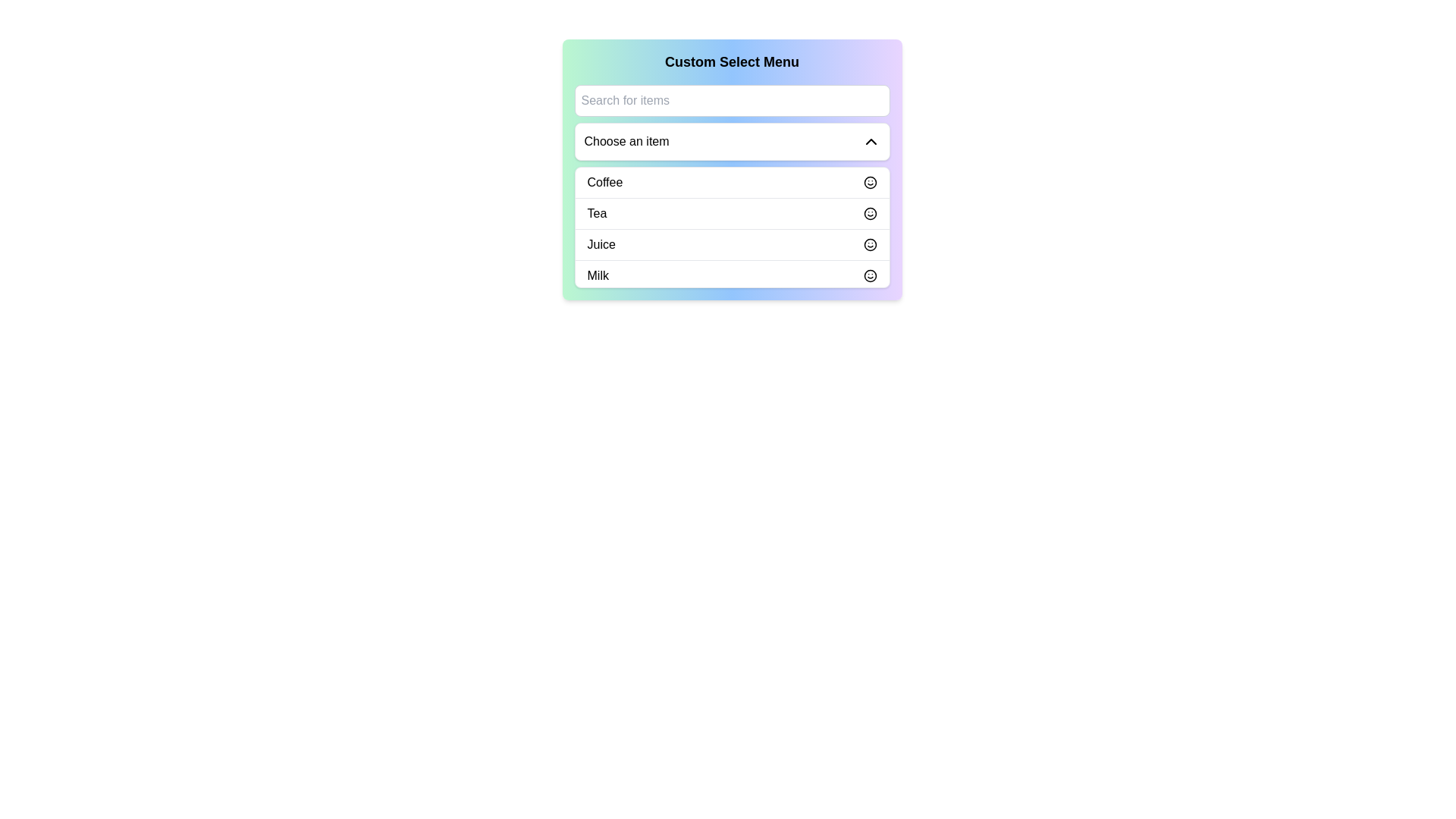  I want to click on the fourth item in the drop-down menu, which is labeled 'Milk', so click(732, 275).